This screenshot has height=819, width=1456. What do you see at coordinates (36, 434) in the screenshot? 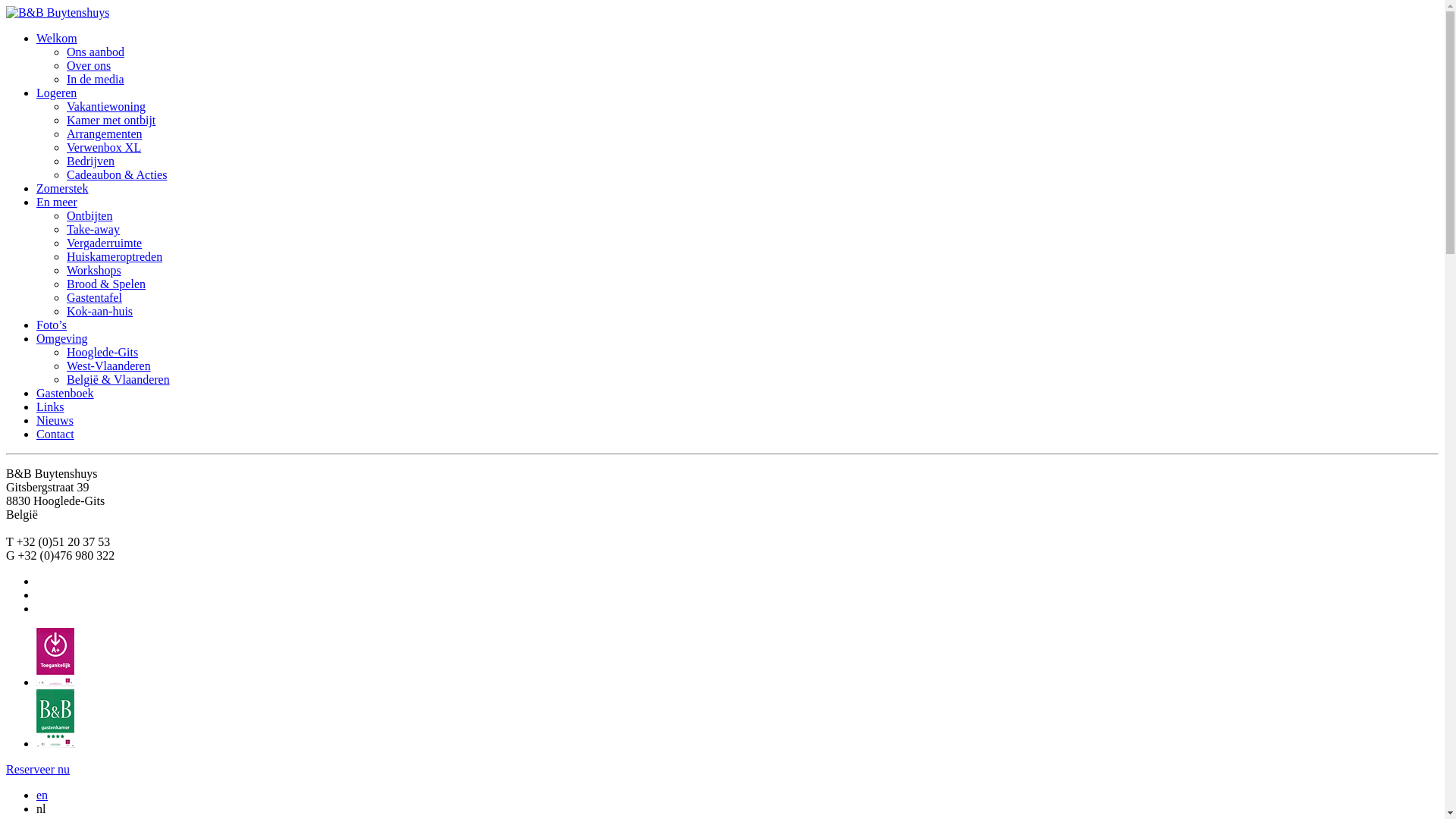
I see `'Contact'` at bounding box center [36, 434].